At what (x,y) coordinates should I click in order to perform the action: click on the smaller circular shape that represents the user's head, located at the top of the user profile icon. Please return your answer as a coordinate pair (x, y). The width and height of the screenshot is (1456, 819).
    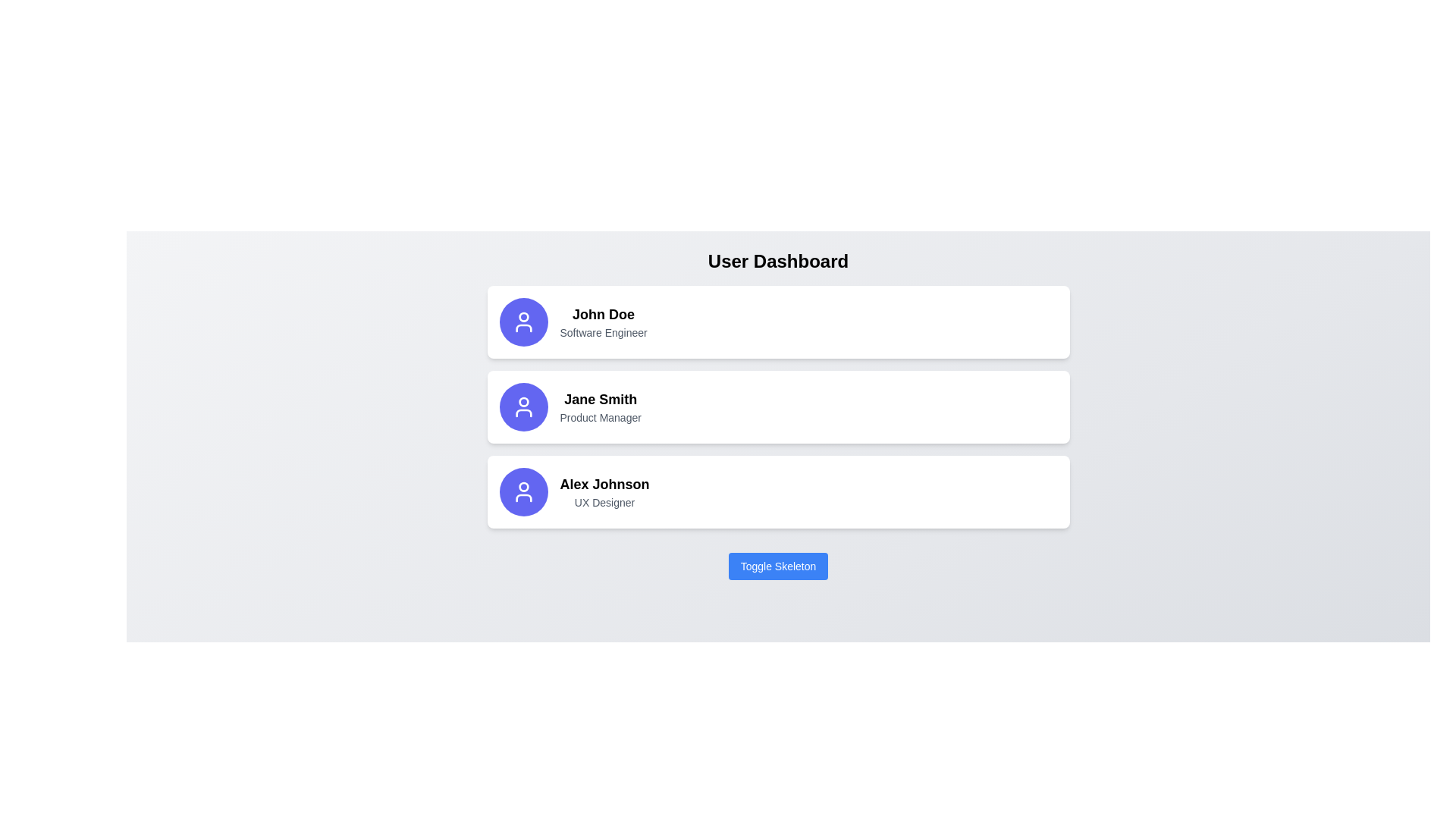
    Looking at the image, I should click on (523, 487).